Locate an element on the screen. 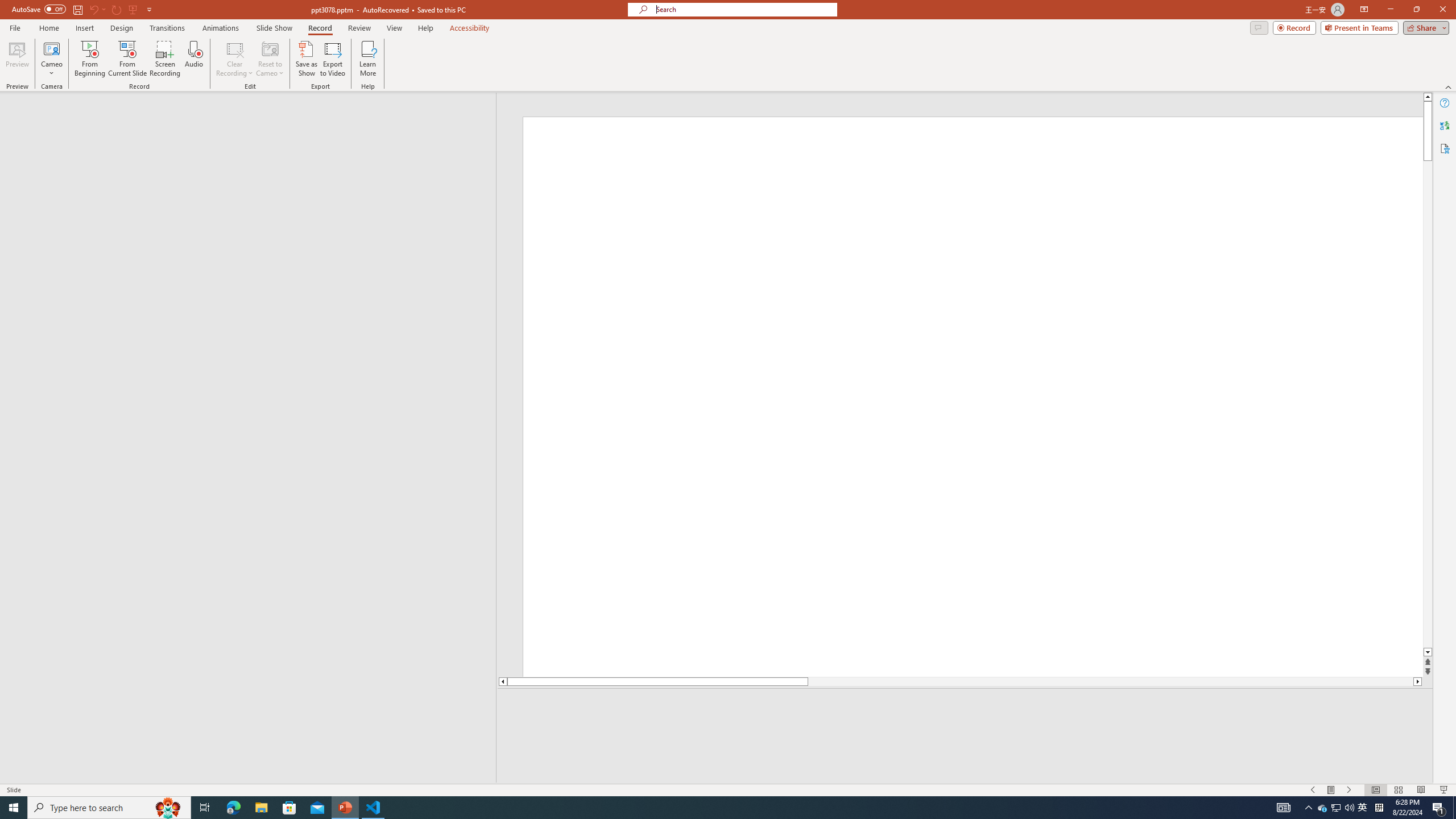 The image size is (1456, 819). 'Save as Show' is located at coordinates (306, 59).